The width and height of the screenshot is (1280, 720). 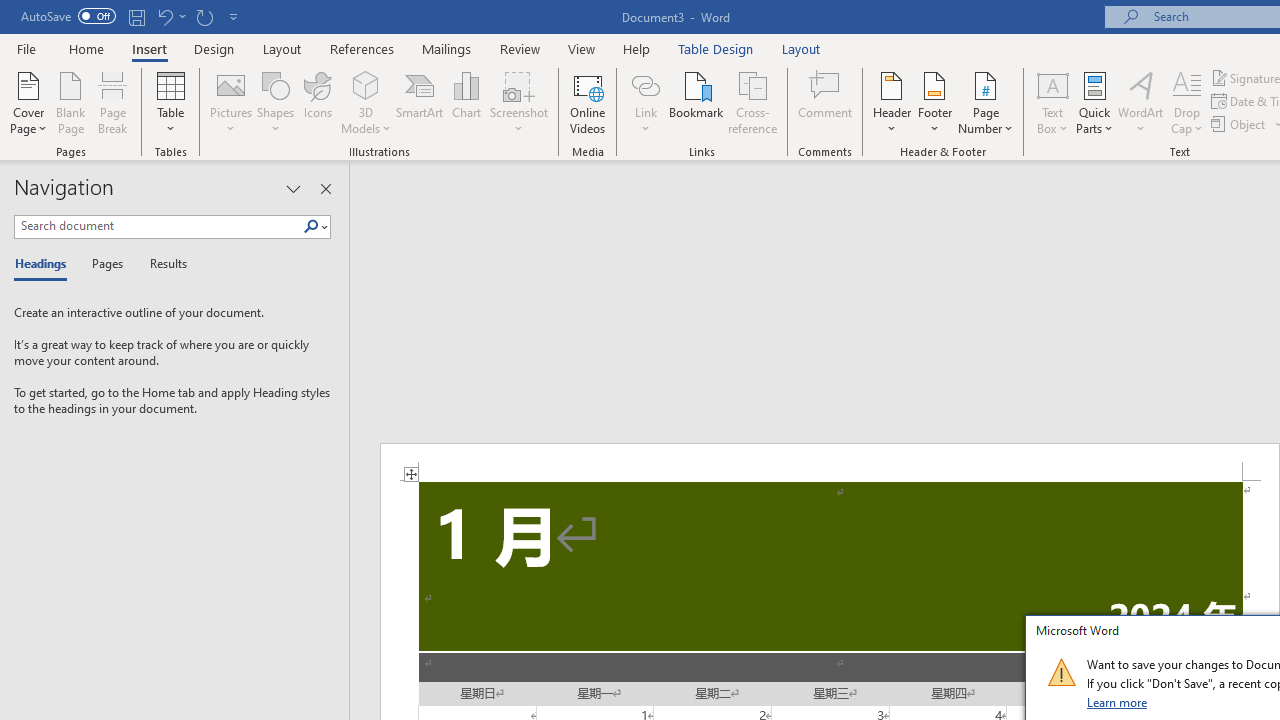 I want to click on 'Footer', so click(x=934, y=103).